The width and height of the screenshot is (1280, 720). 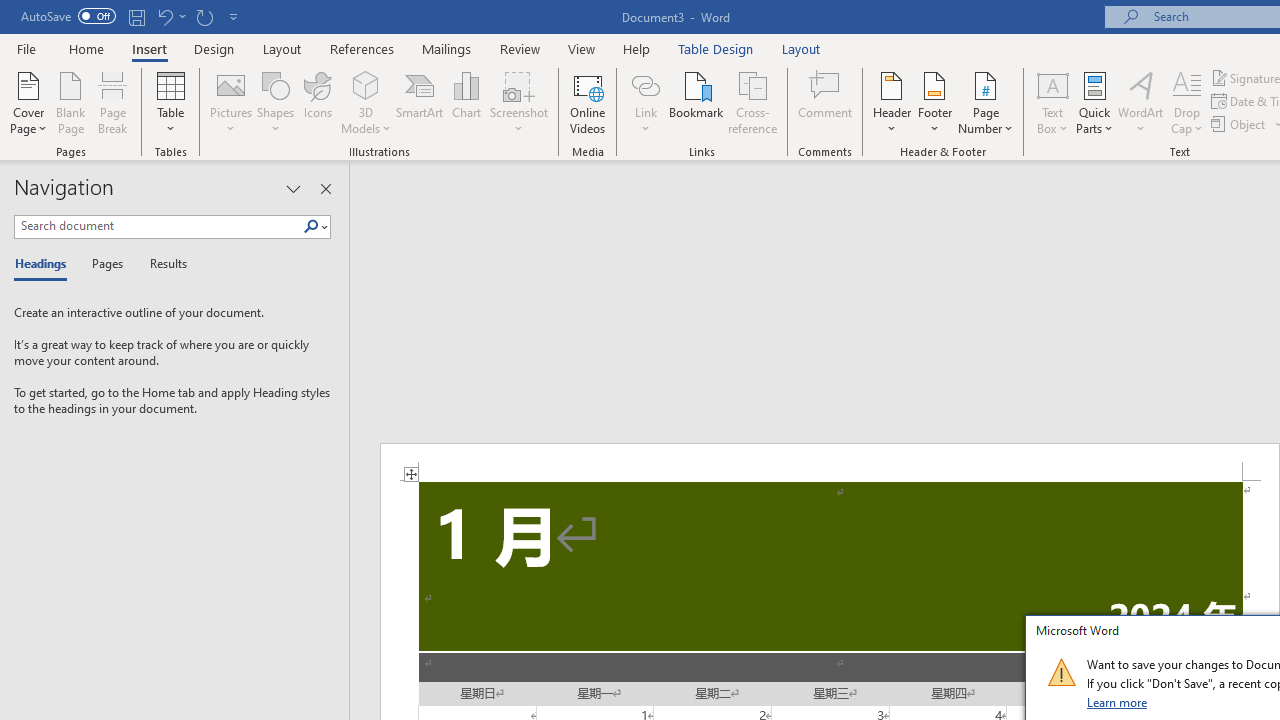 I want to click on 'Footer', so click(x=934, y=103).